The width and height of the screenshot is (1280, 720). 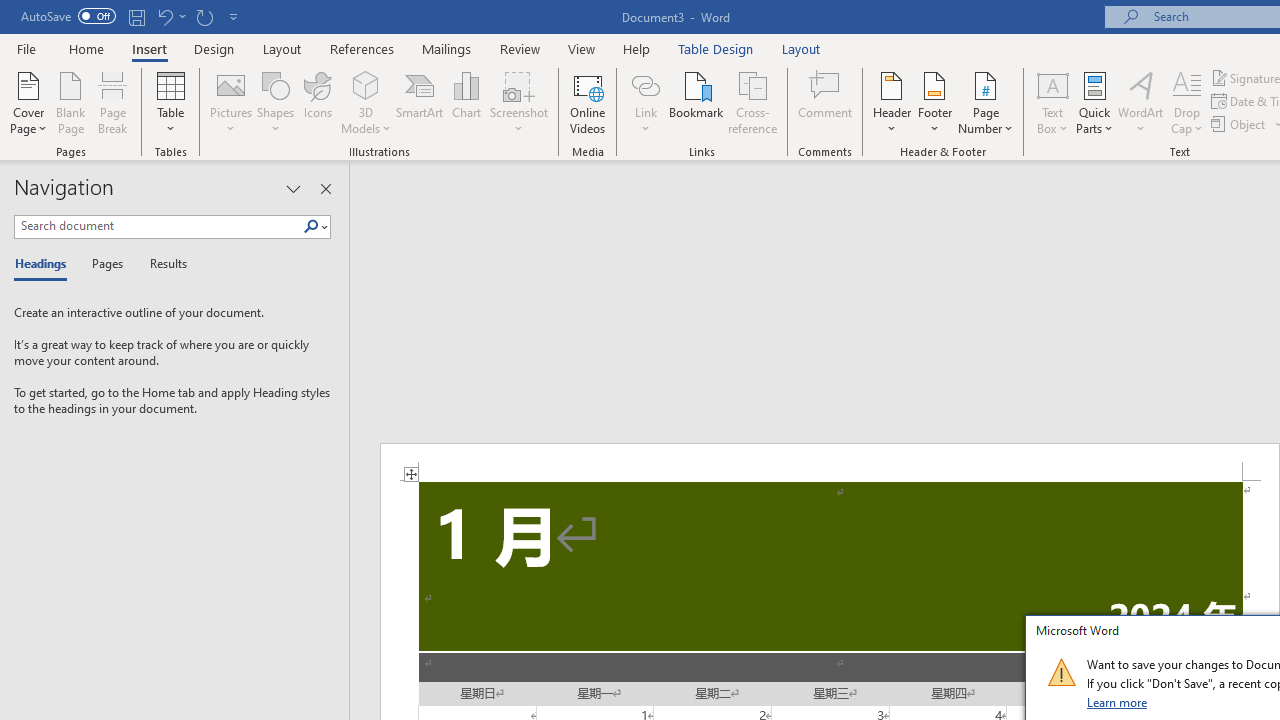 I want to click on 'Footer', so click(x=934, y=103).